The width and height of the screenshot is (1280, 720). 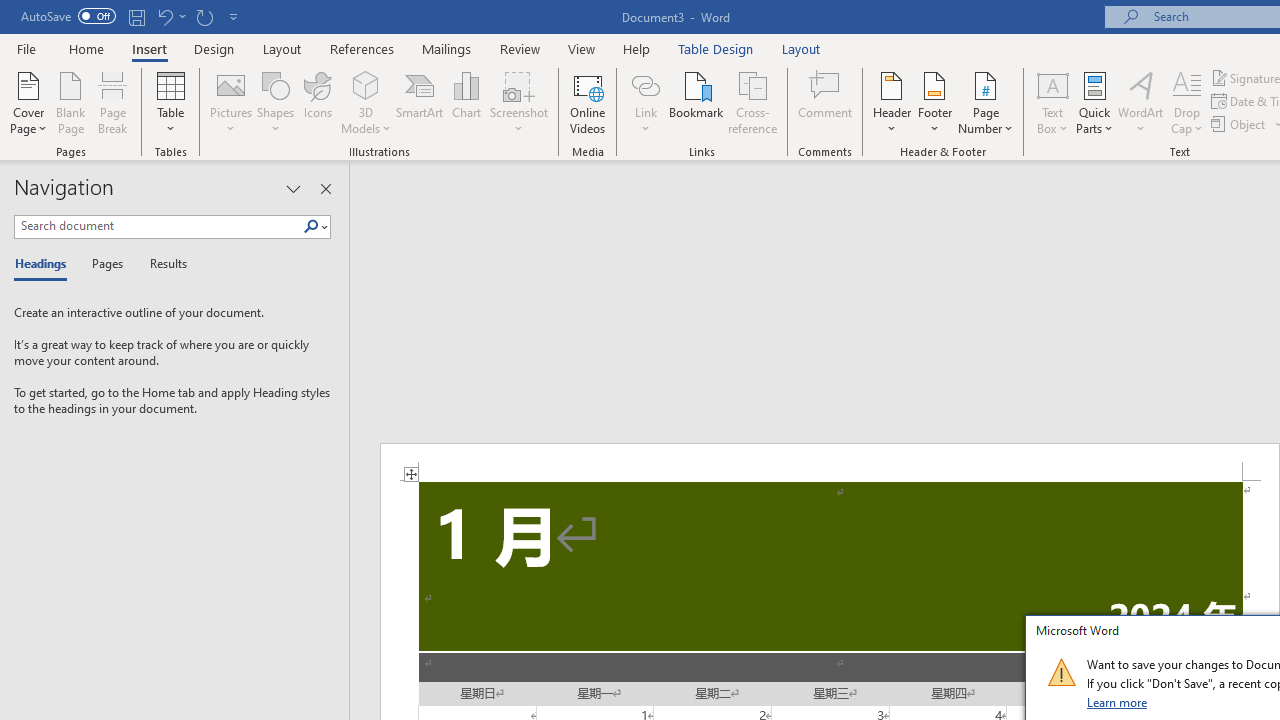 I want to click on 'Footer', so click(x=934, y=103).